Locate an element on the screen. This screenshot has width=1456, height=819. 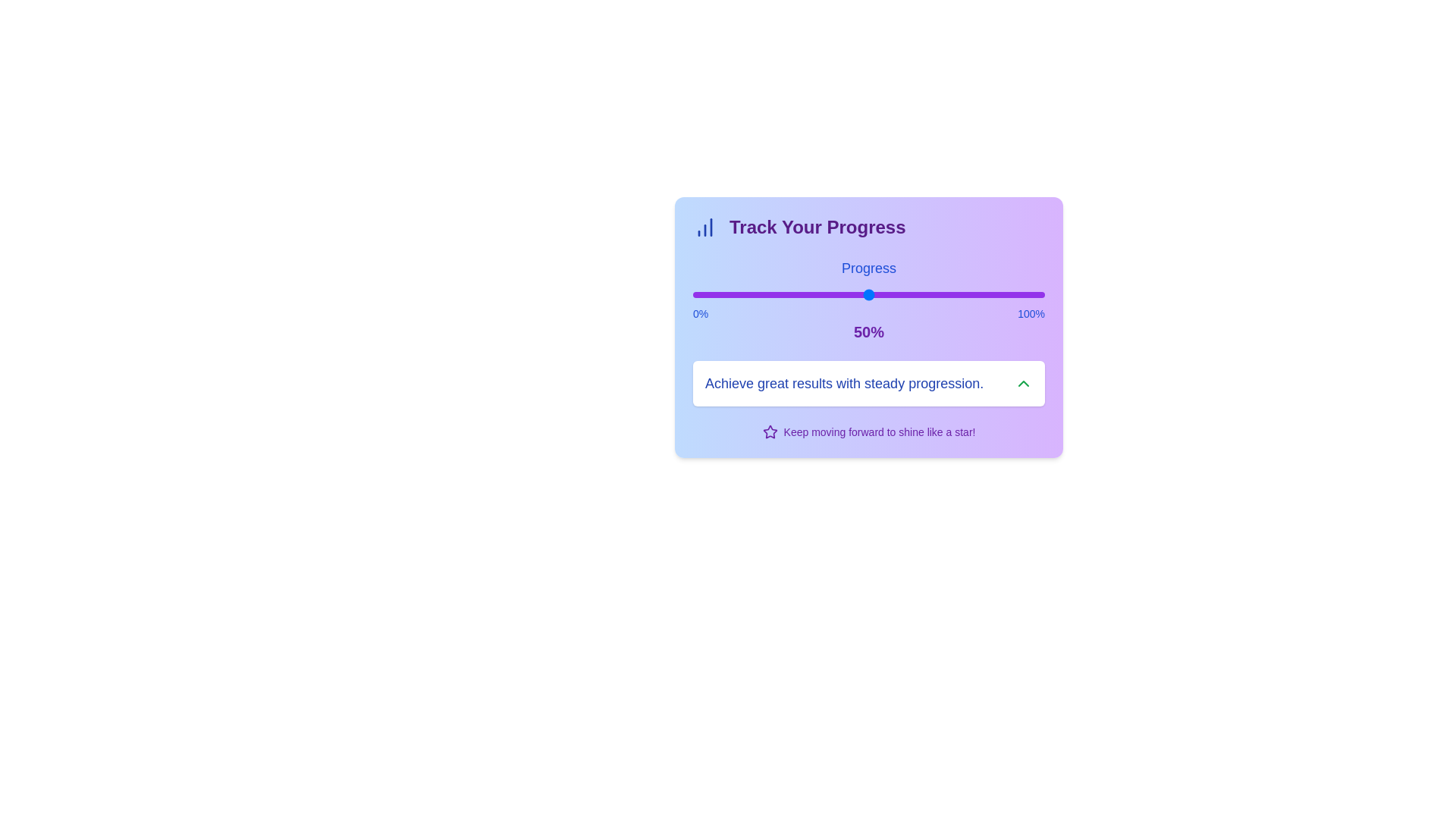
the progress value is located at coordinates (815, 295).